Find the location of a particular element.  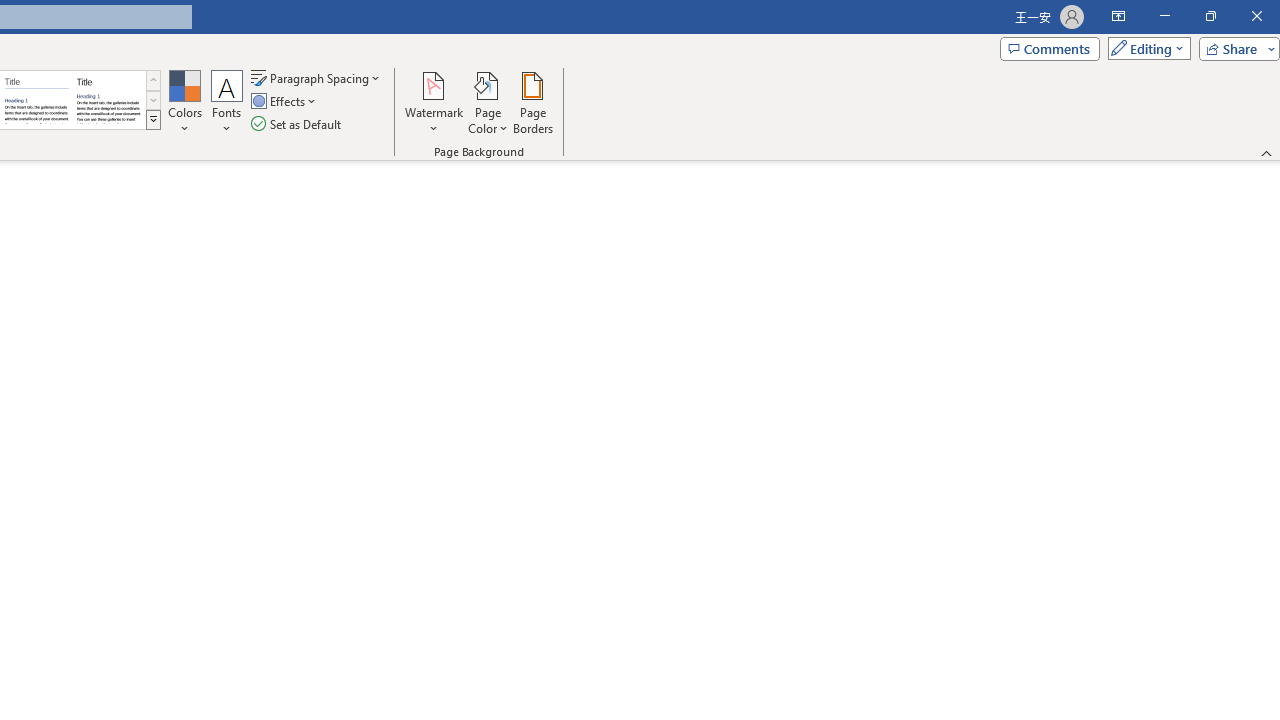

'Style Set' is located at coordinates (152, 120).